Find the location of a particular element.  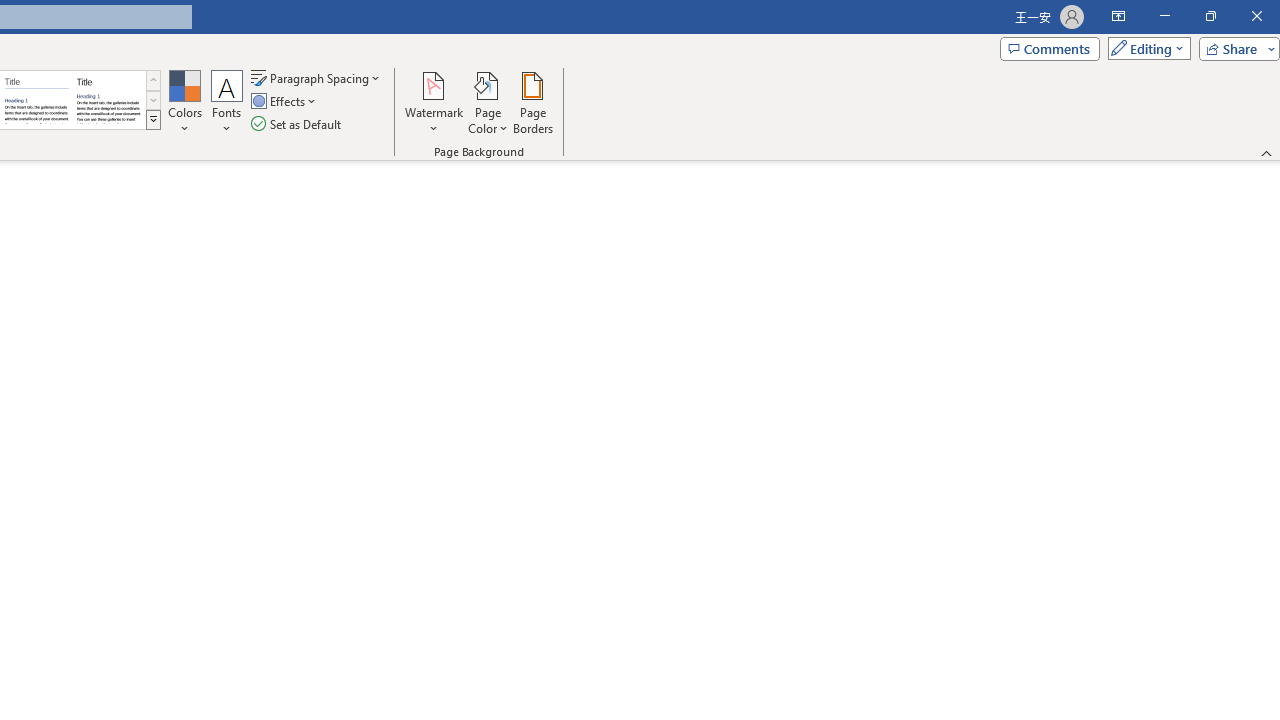

'Style Set' is located at coordinates (152, 120).